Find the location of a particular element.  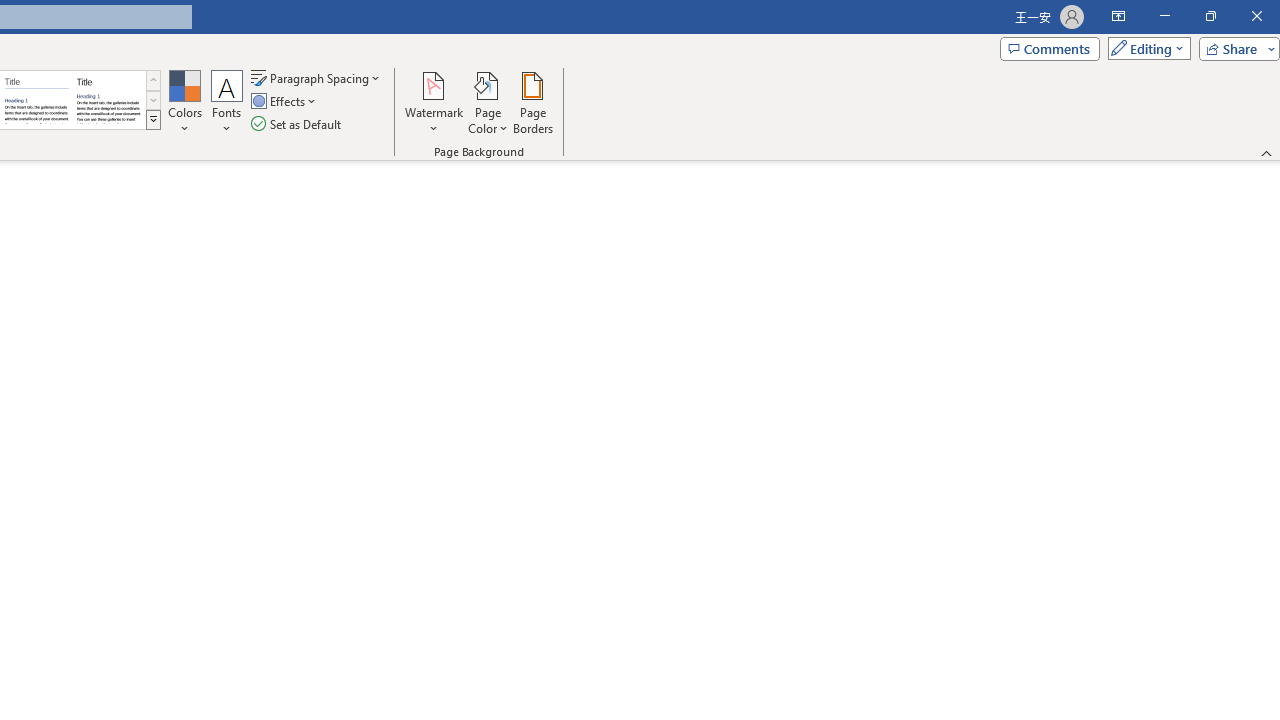

'Style Set' is located at coordinates (152, 120).